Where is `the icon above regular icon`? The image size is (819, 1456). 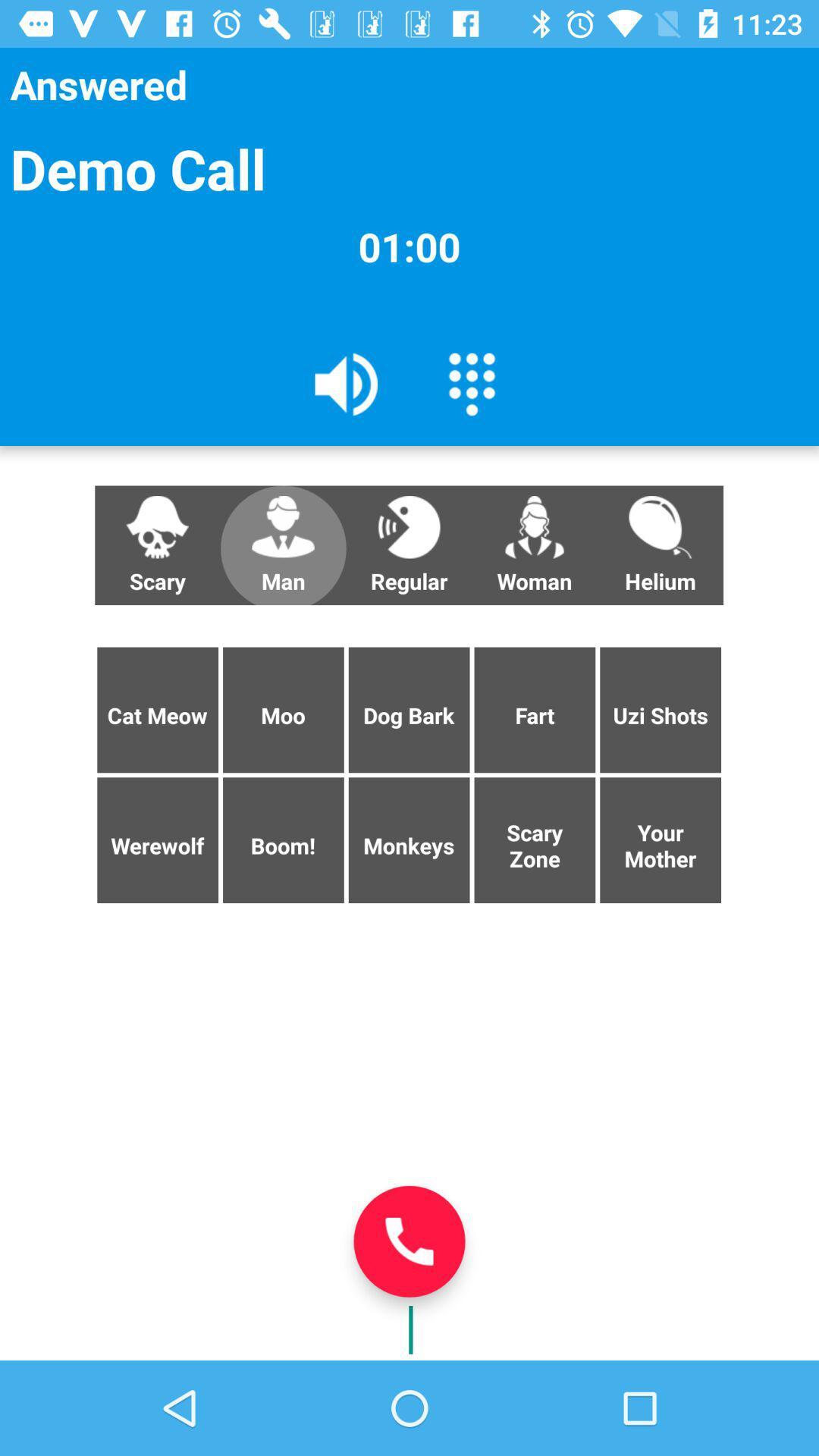 the icon above regular icon is located at coordinates (471, 383).